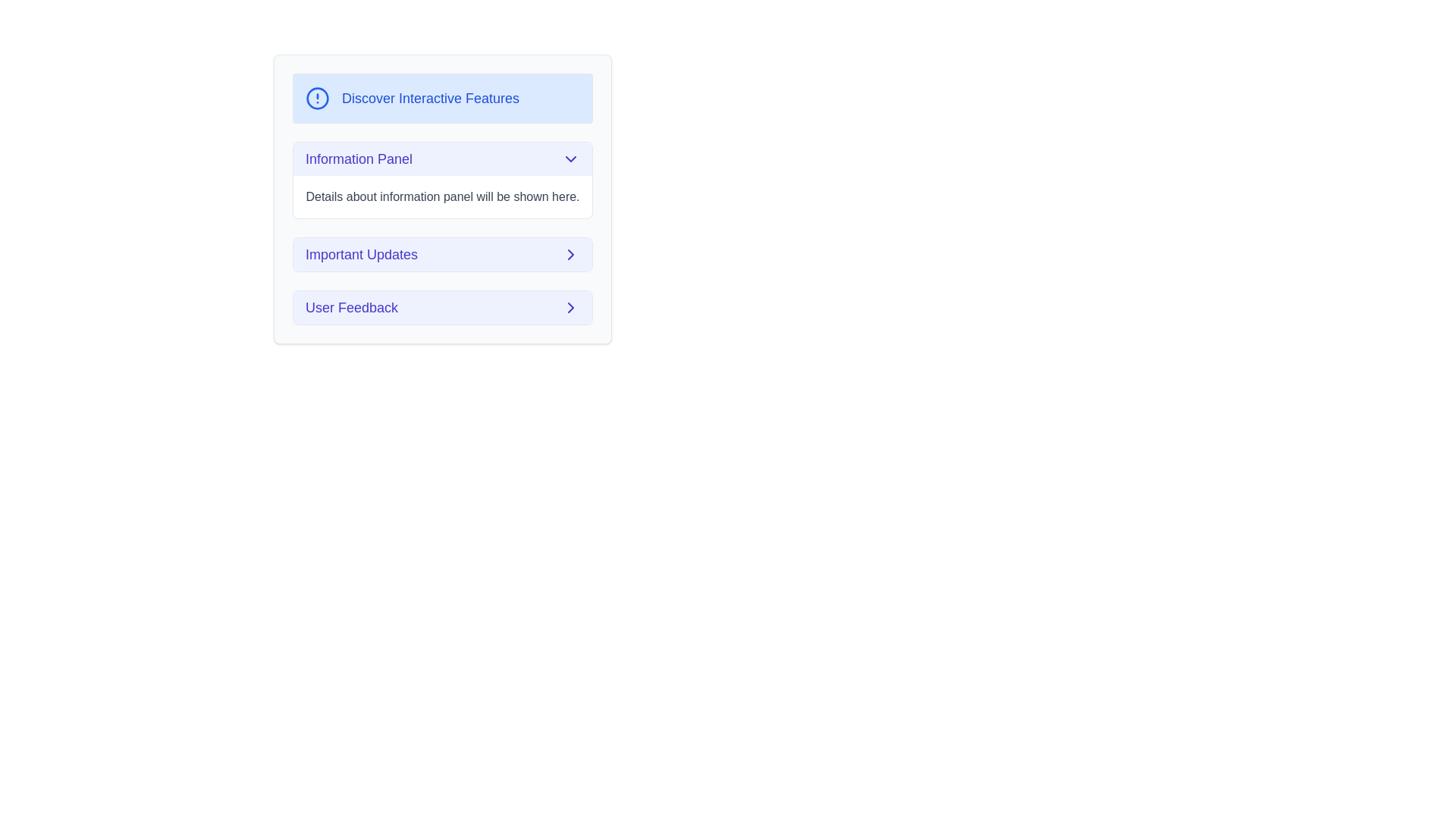 This screenshot has width=1456, height=819. I want to click on text of the Text Label that serves as a title or label for the clickable section or button, positioned in the middle section of a vertical list, below 'Information Panel' and above 'User Feedback', so click(361, 253).